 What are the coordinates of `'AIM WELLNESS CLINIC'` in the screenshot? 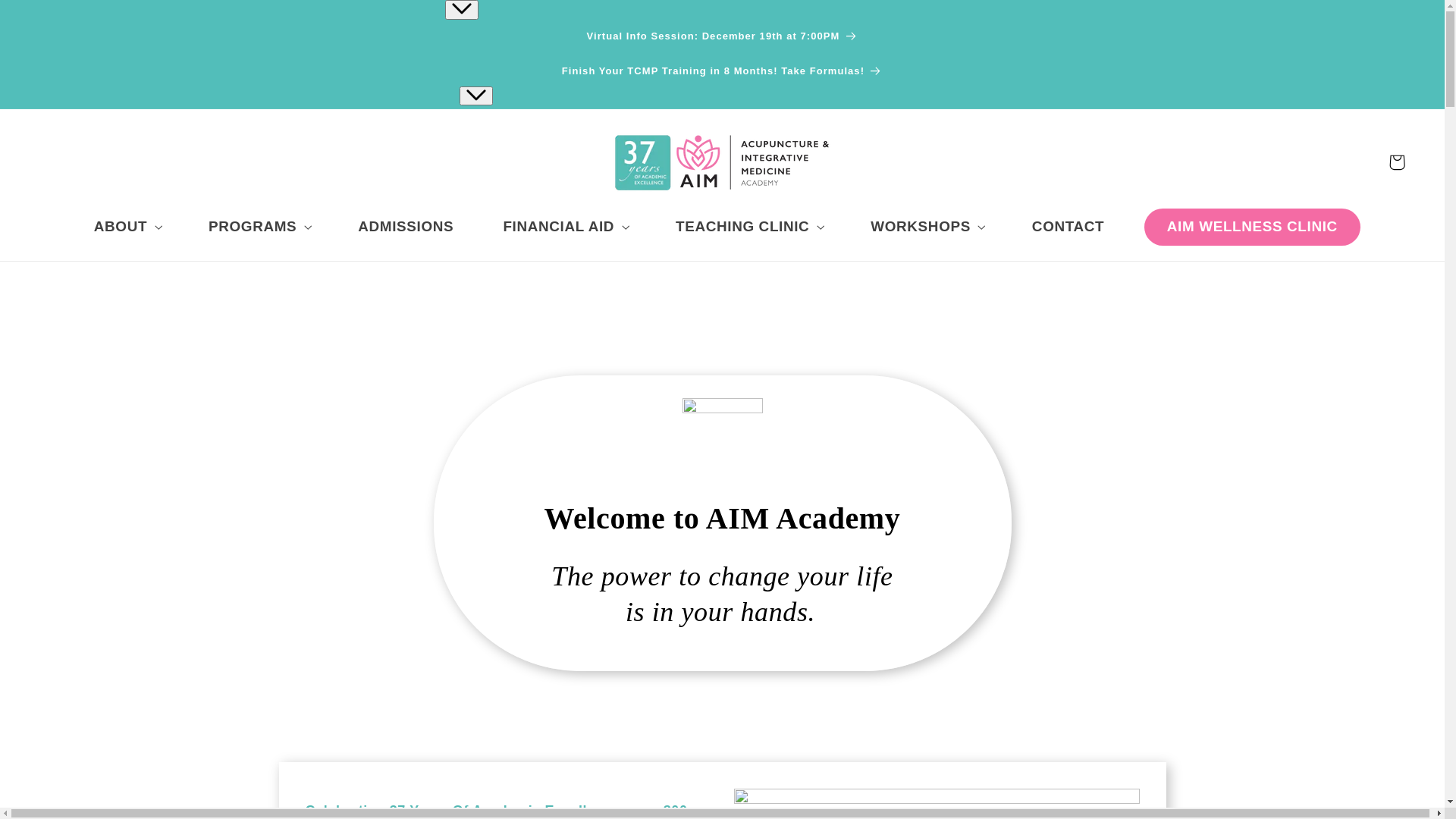 It's located at (1252, 227).